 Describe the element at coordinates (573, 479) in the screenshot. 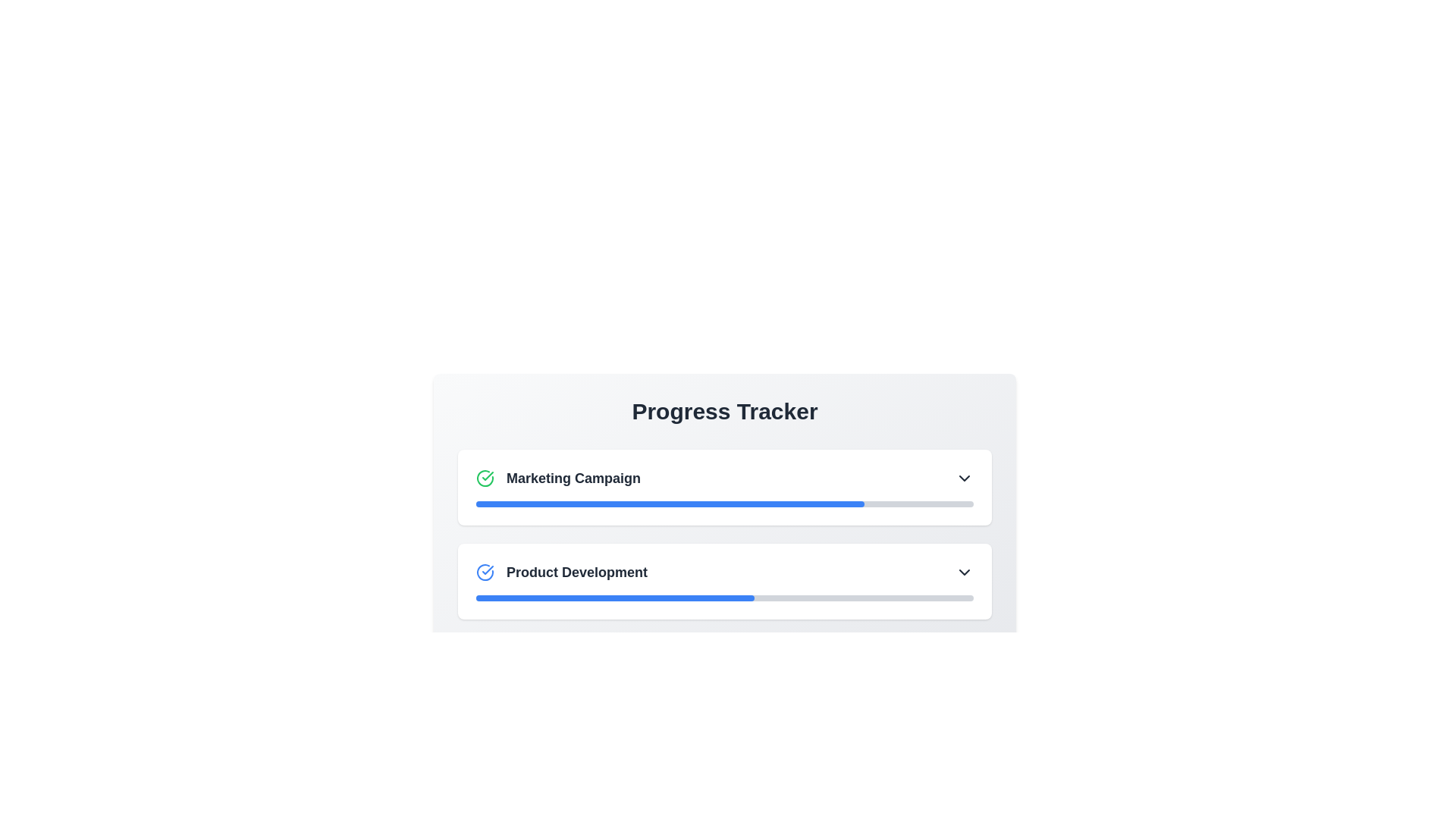

I see `the text label displaying 'Marketing Campaign', which is styled in bold dark gray and located within the first section of the Progress Tracker list` at that location.